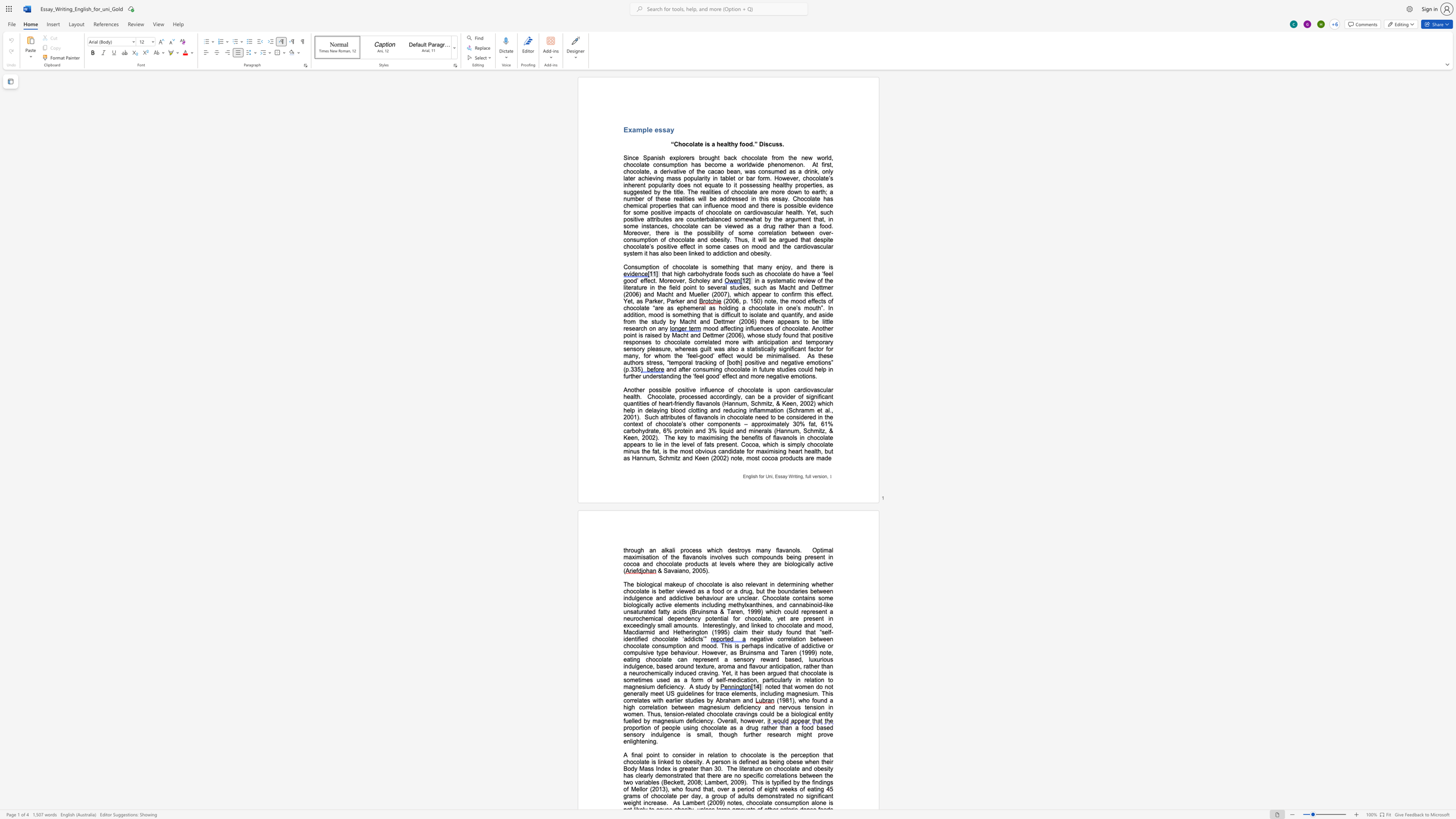  Describe the element at coordinates (721, 389) in the screenshot. I see `the space between the continuous character "c" and "e" in the text` at that location.